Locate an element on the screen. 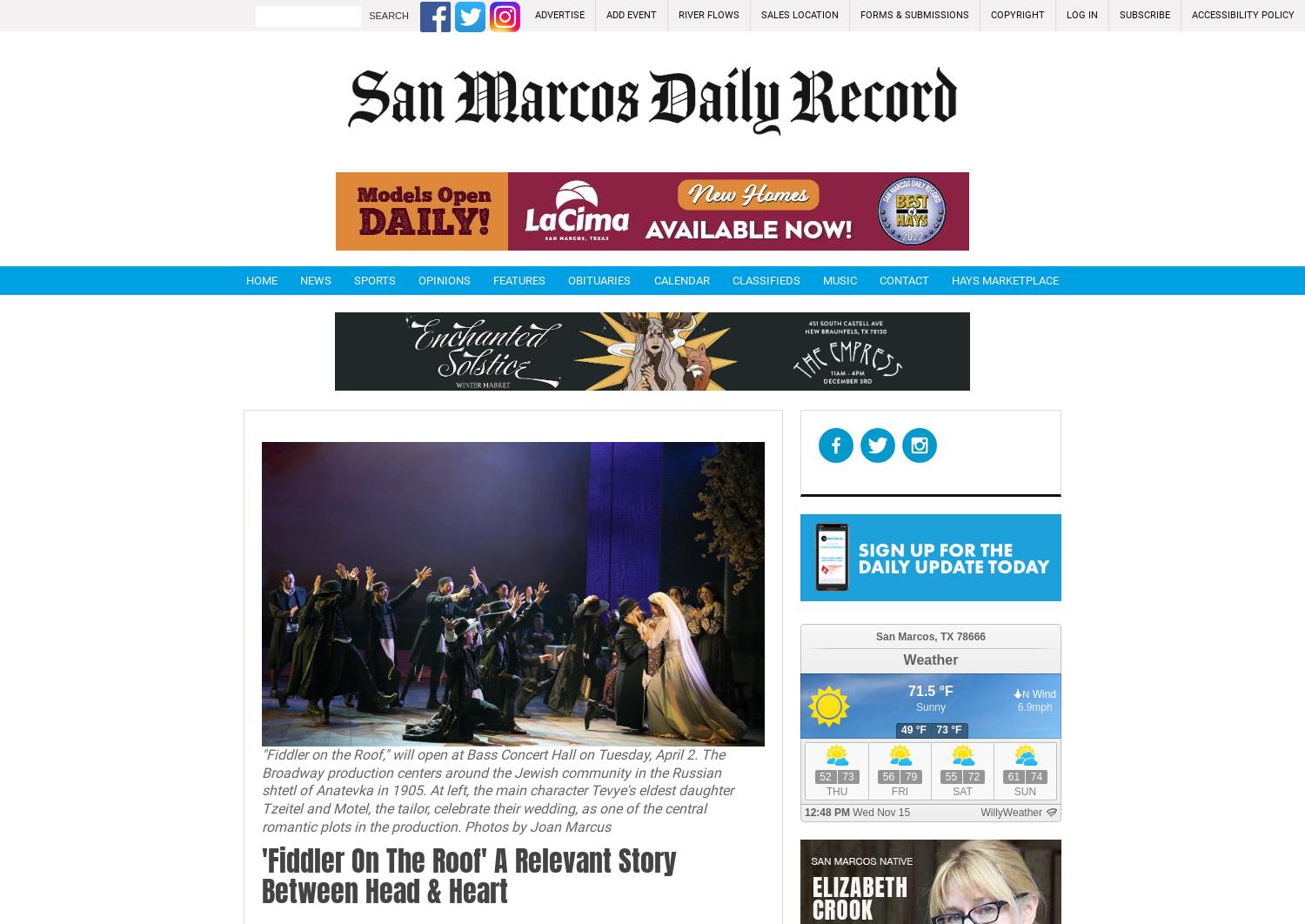  'Subscribe' is located at coordinates (1143, 15).